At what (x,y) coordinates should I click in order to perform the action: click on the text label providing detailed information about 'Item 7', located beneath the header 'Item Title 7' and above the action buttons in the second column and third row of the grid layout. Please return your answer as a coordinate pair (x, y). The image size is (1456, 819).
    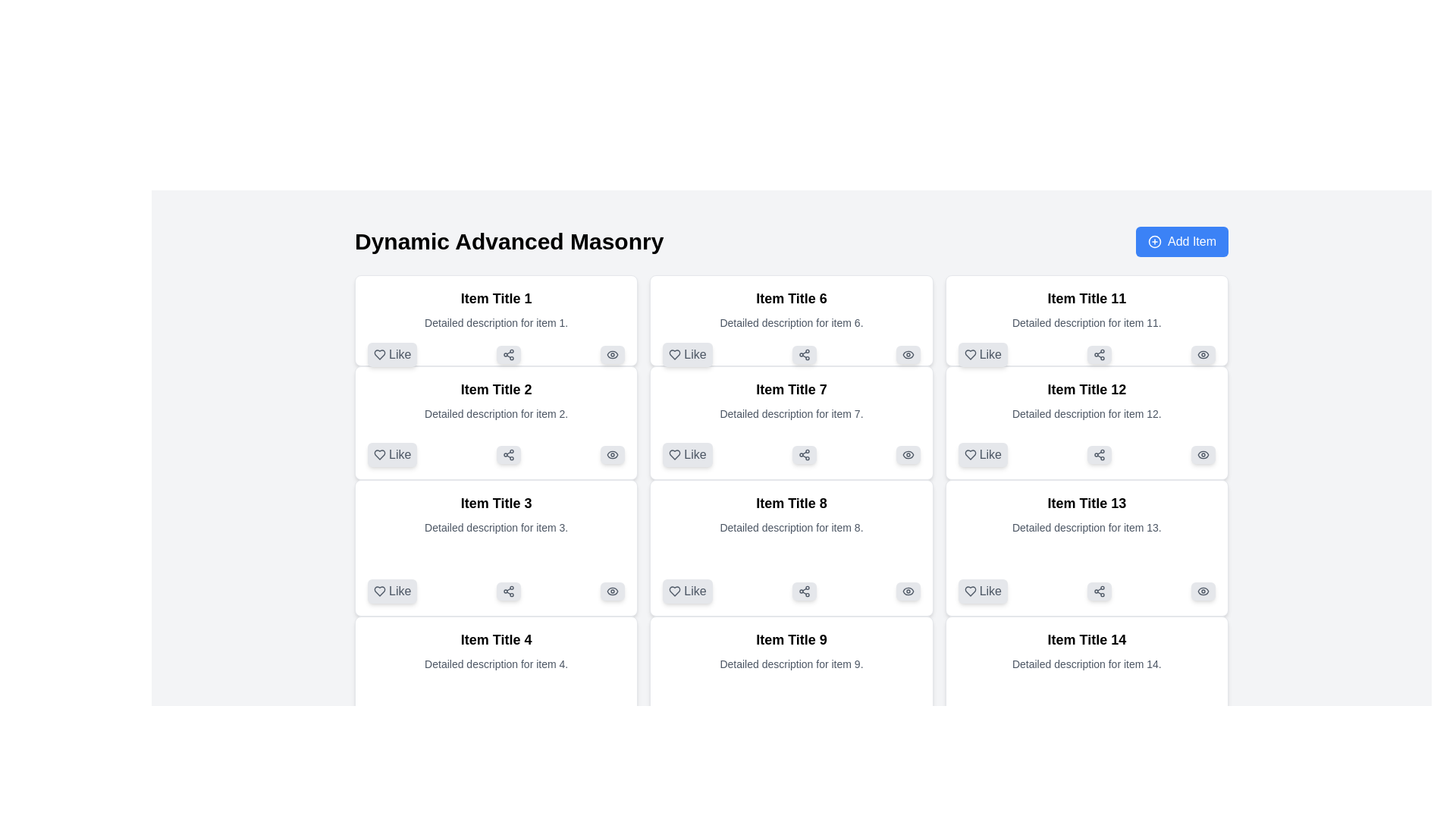
    Looking at the image, I should click on (790, 414).